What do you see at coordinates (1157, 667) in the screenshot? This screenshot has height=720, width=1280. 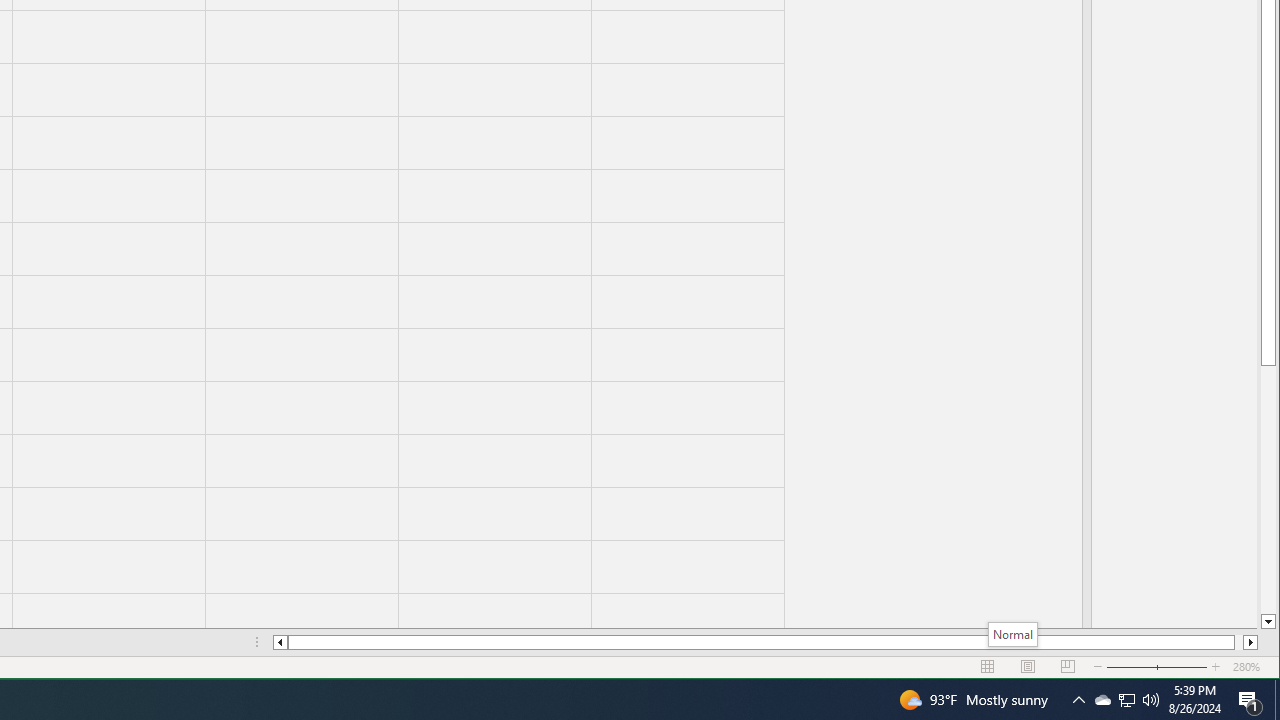 I see `'Zoom'` at bounding box center [1157, 667].